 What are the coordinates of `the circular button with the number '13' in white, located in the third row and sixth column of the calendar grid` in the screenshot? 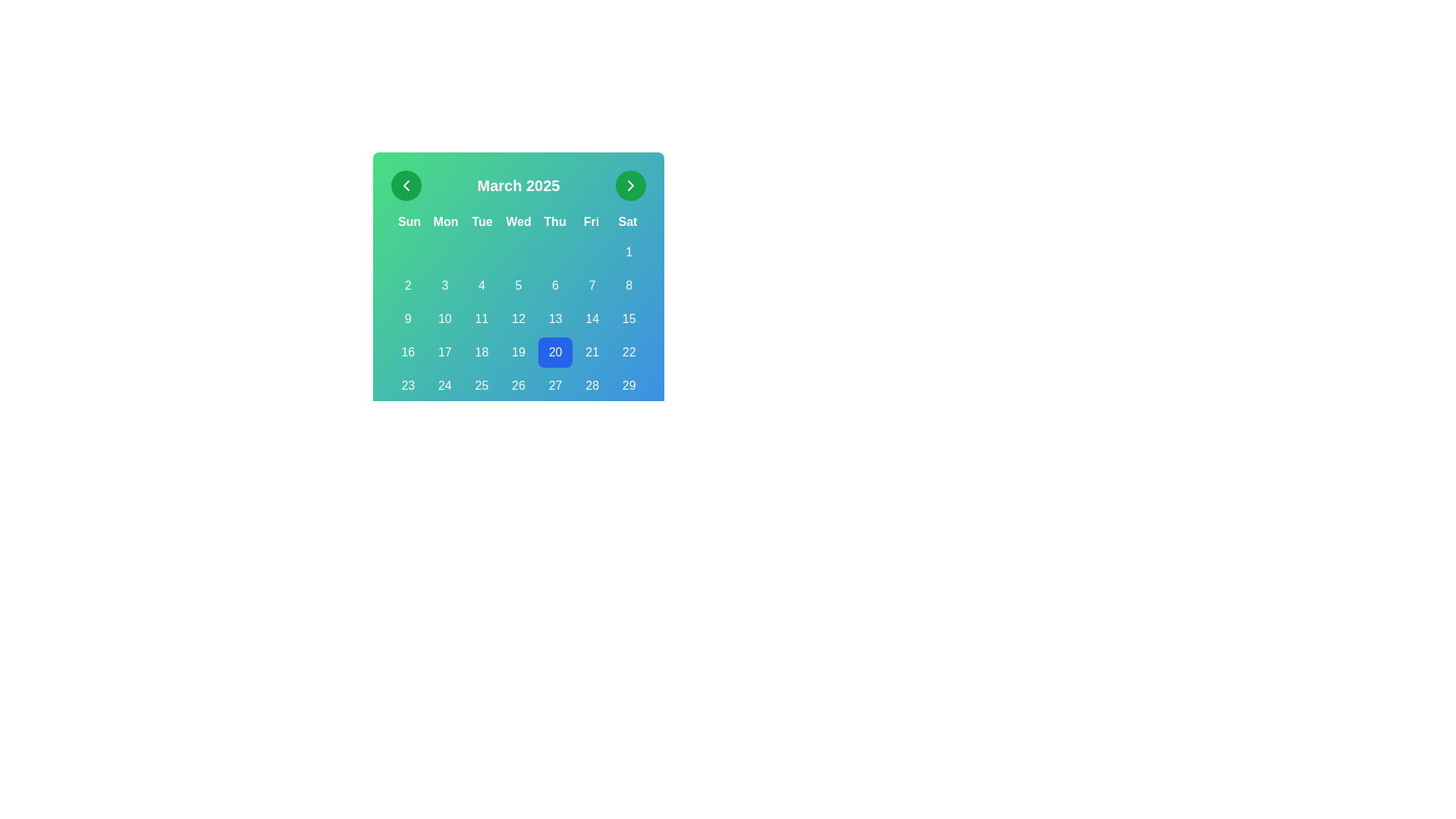 It's located at (554, 318).